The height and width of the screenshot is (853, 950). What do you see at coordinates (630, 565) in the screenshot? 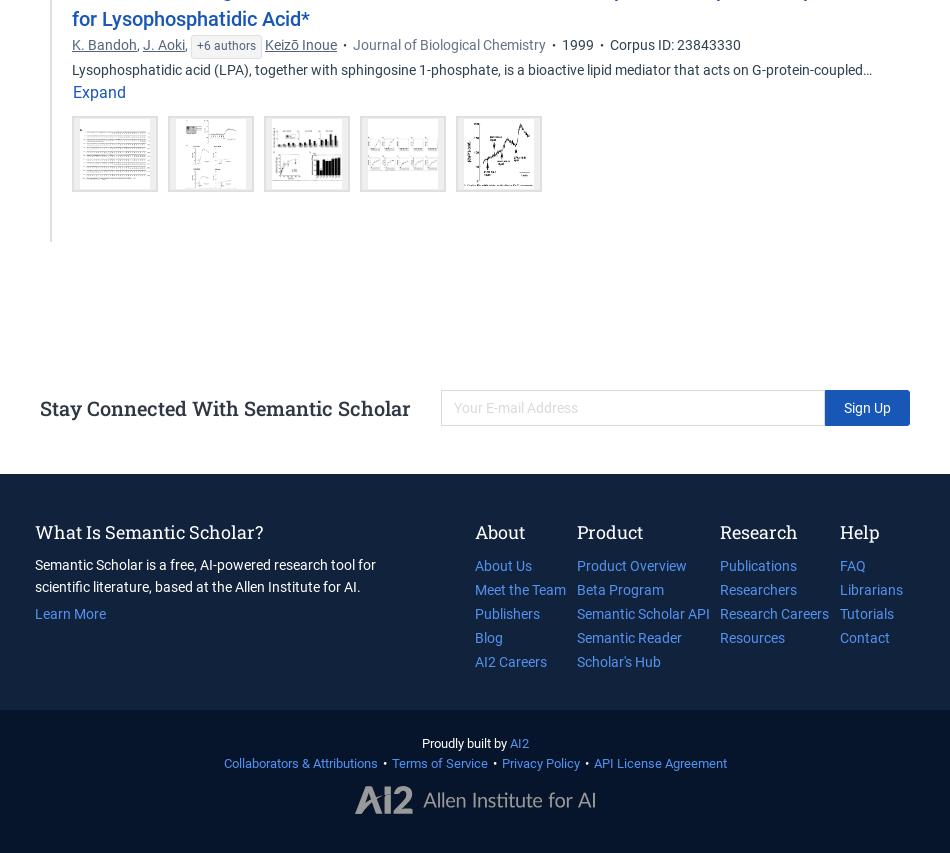
I see `'Product Overview'` at bounding box center [630, 565].